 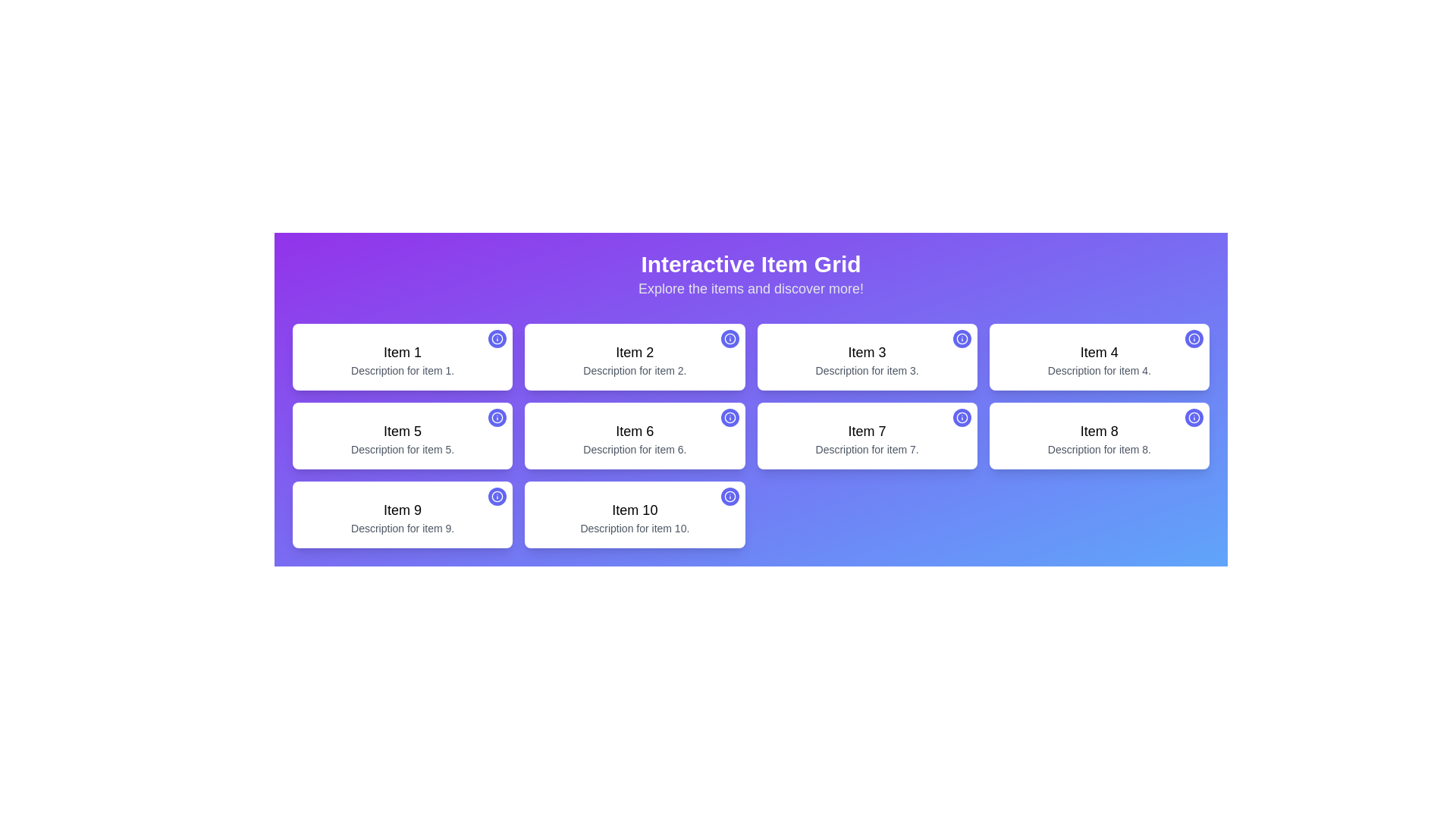 What do you see at coordinates (497, 418) in the screenshot?
I see `the circle with a blue outline located` at bounding box center [497, 418].